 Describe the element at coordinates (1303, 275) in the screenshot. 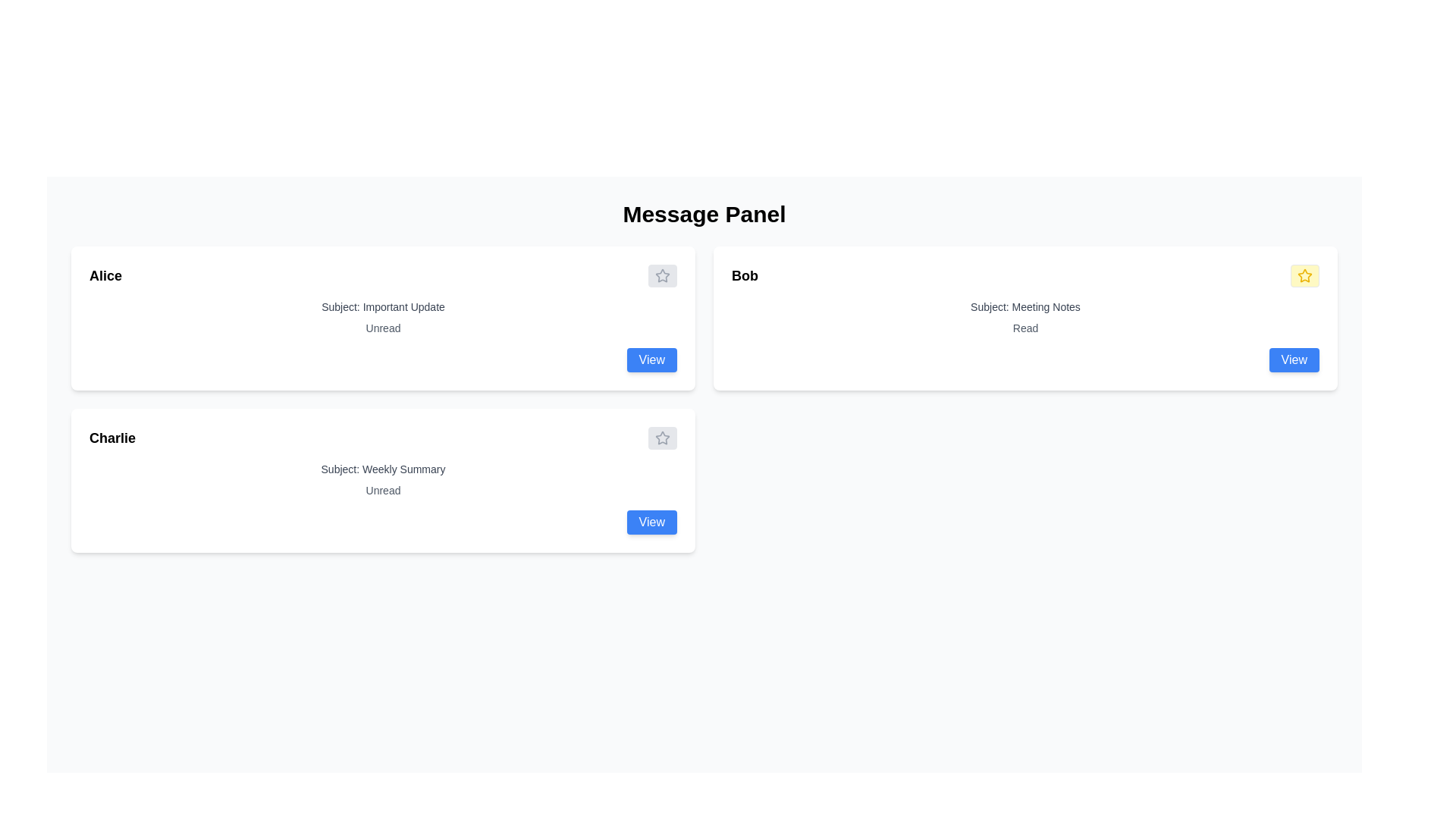

I see `the yellow star icon located in the top-right corner of the message card labeled 'Bob' to mark or unmark it as favorite` at that location.